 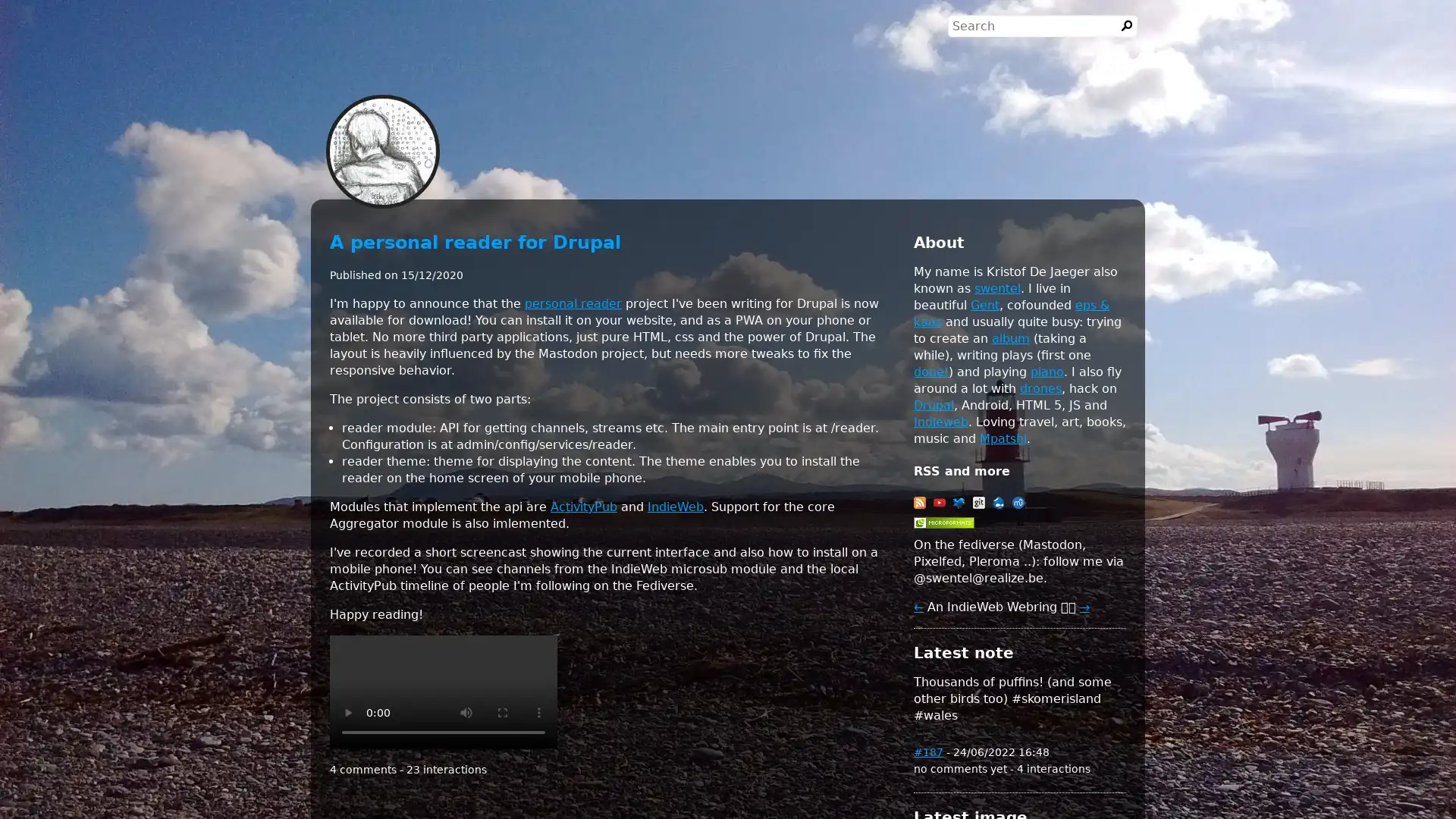 I want to click on Search, so click(x=1127, y=26).